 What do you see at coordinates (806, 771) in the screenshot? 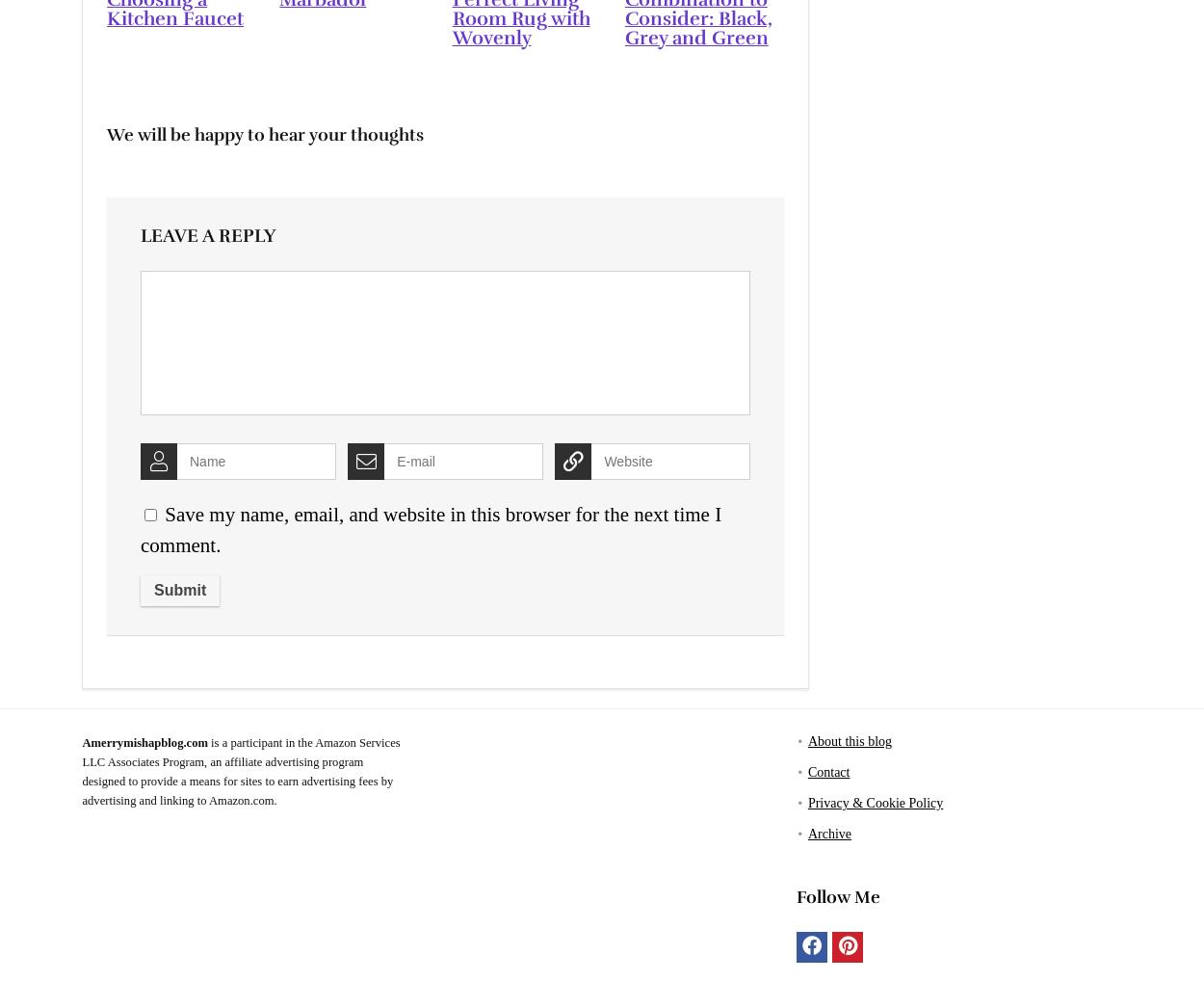
I see `'Contact'` at bounding box center [806, 771].